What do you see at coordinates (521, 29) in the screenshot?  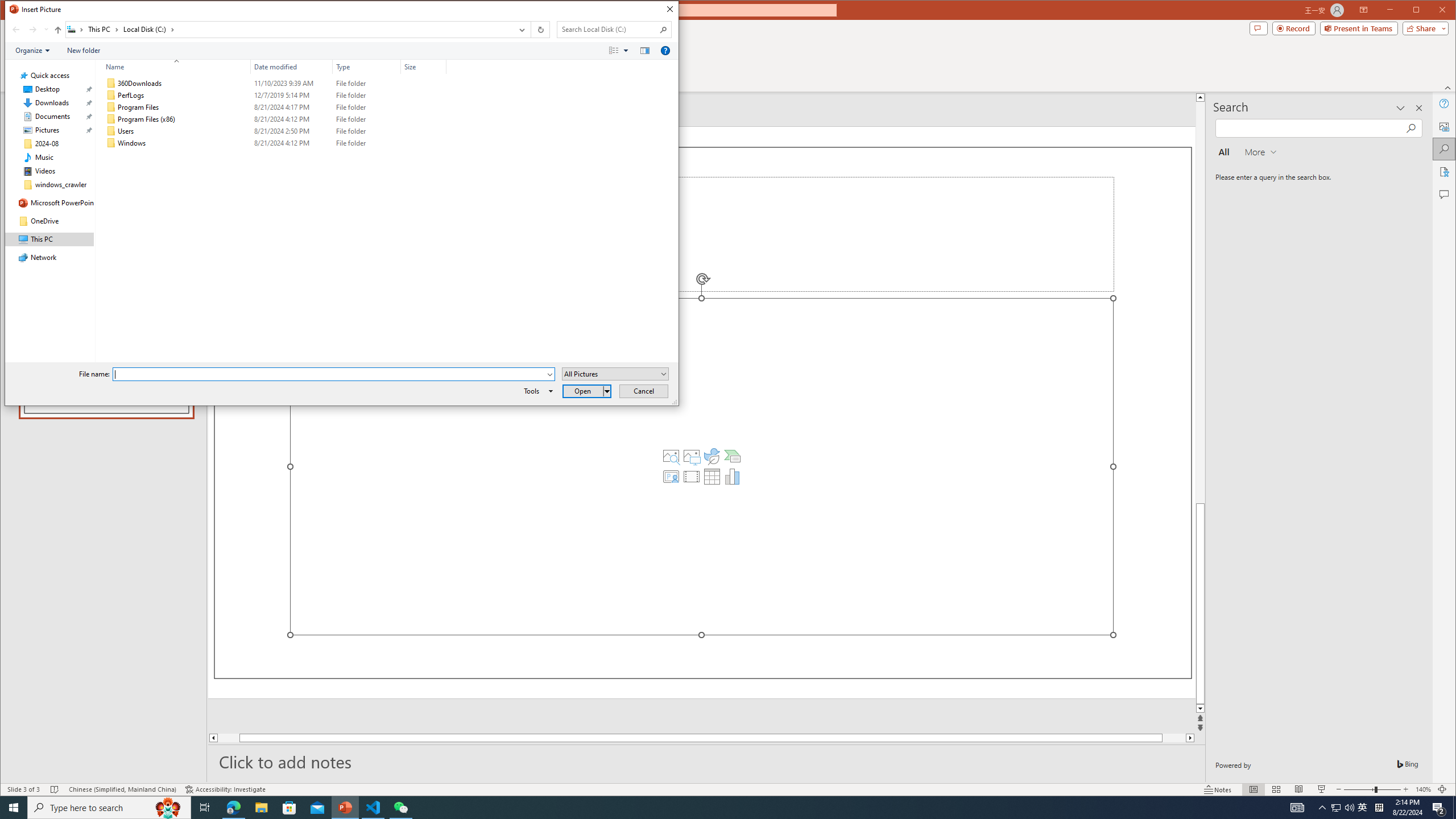 I see `'Previous Locations'` at bounding box center [521, 29].